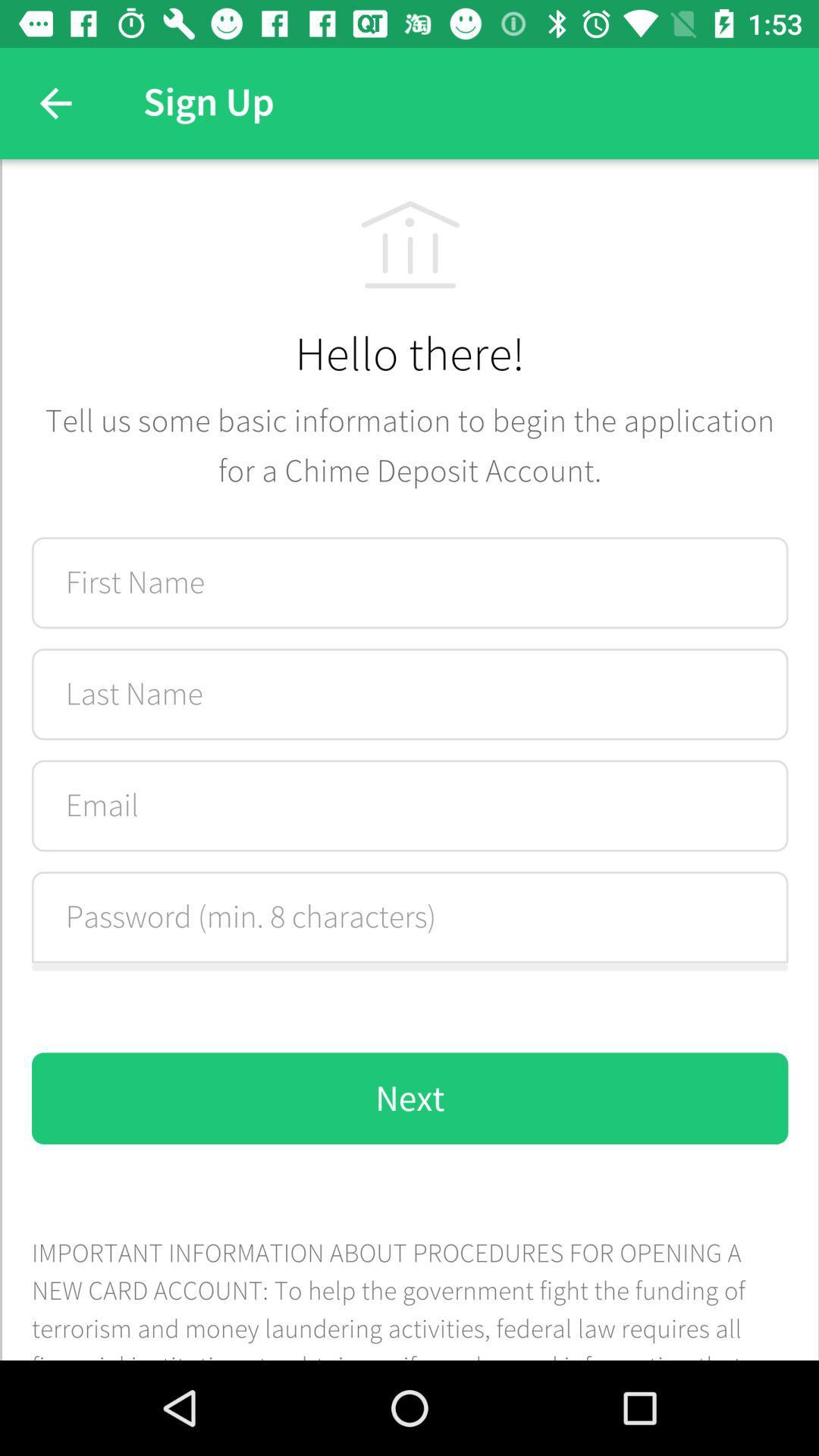 This screenshot has height=1456, width=819. I want to click on fill the form, so click(409, 760).